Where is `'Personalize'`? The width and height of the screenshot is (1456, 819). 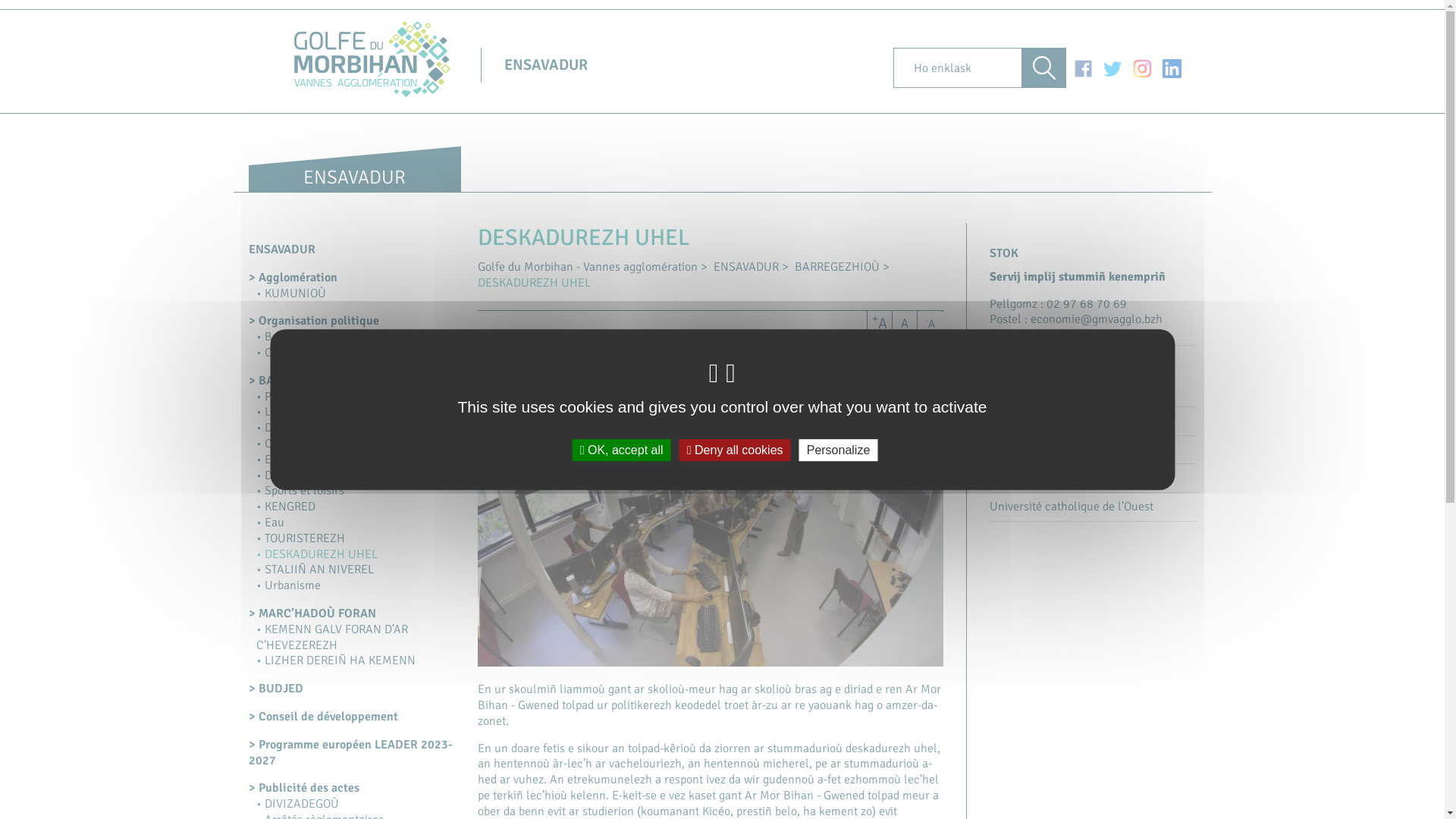
'Personalize' is located at coordinates (837, 449).